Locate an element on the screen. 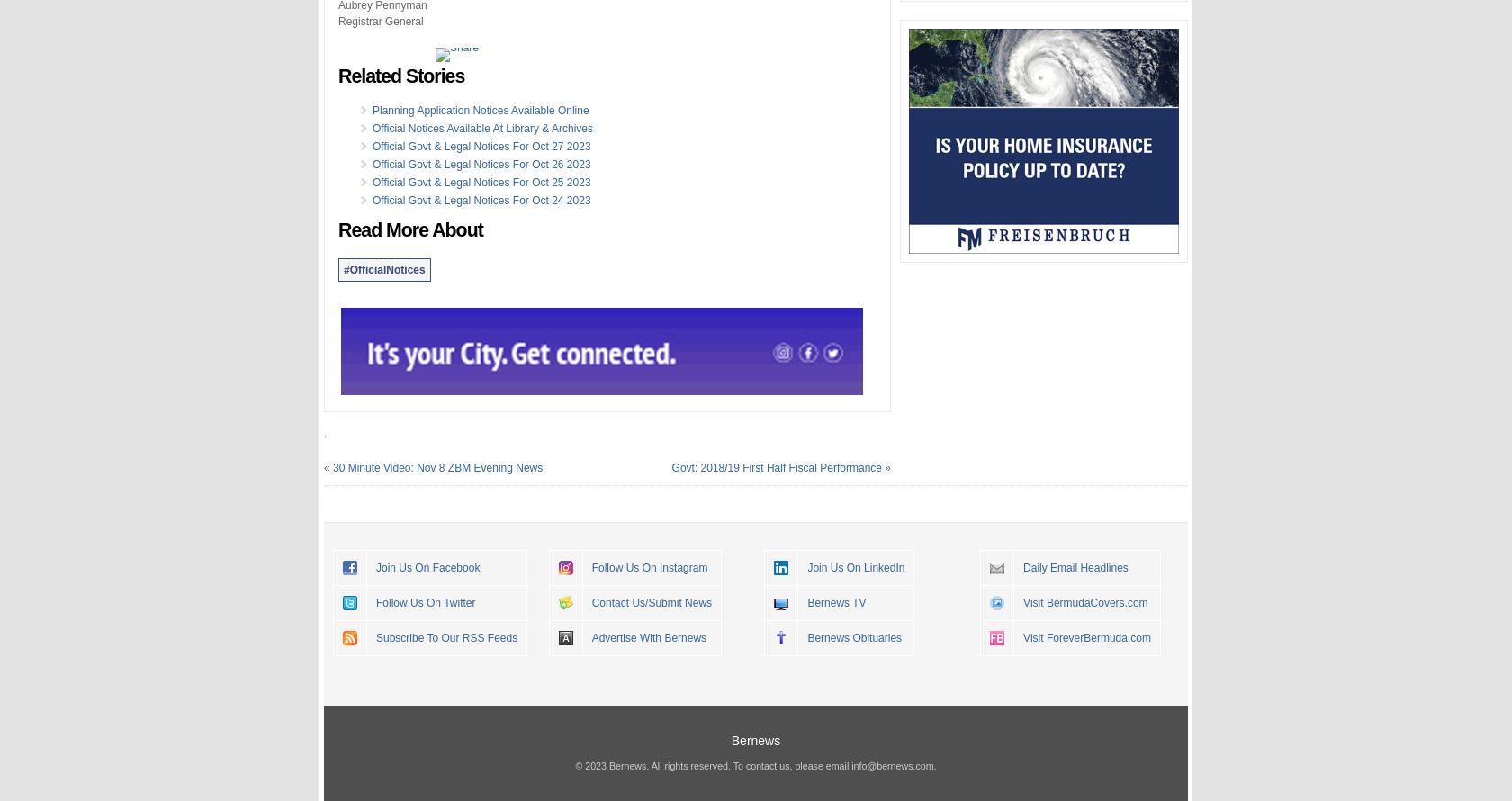  'Advertise With Bernews' is located at coordinates (649, 635).